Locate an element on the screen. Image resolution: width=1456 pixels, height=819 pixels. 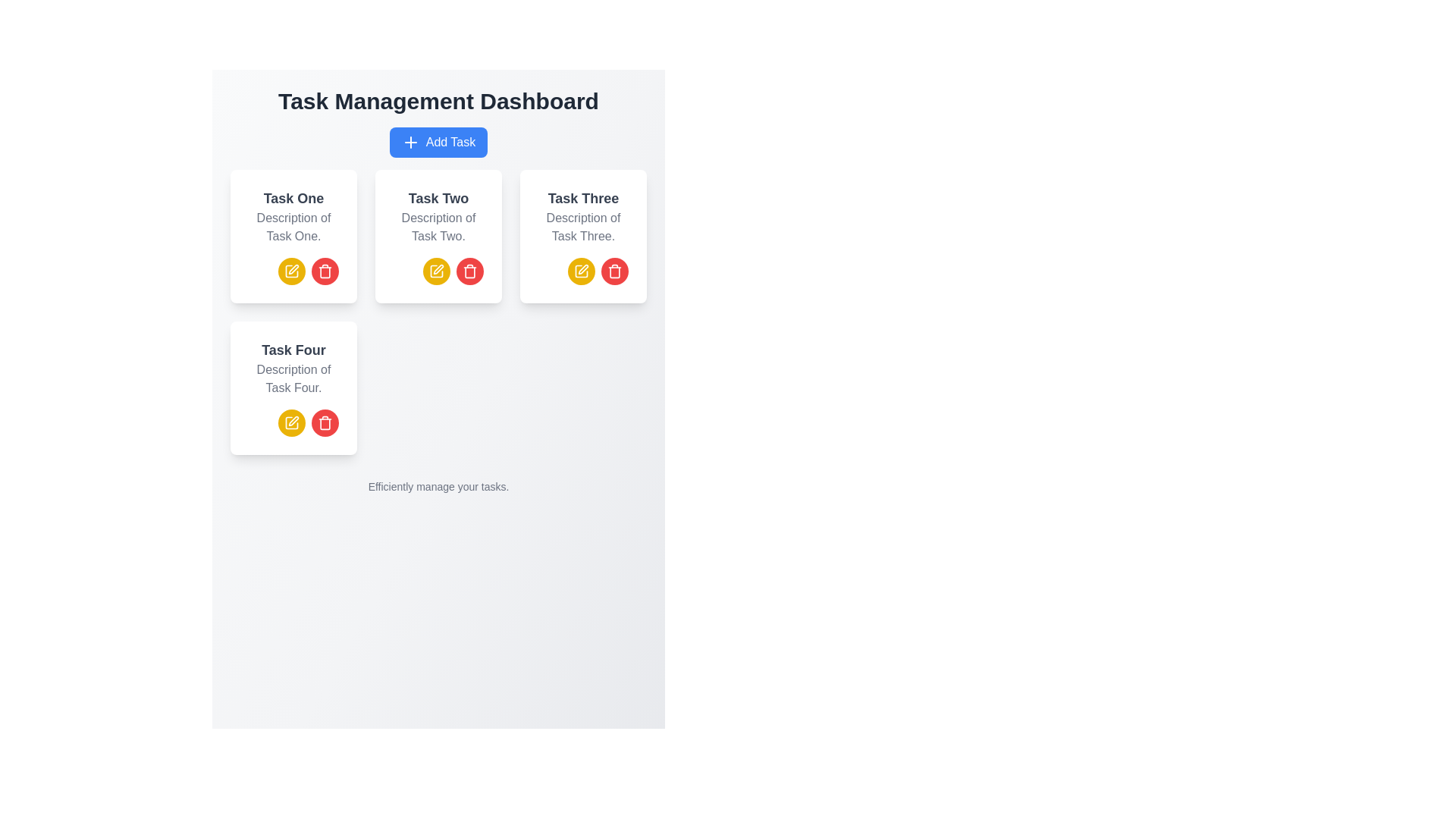
the edit button for 'Task One' in the dashboard to observe a color change indicating interactivity is located at coordinates (291, 271).